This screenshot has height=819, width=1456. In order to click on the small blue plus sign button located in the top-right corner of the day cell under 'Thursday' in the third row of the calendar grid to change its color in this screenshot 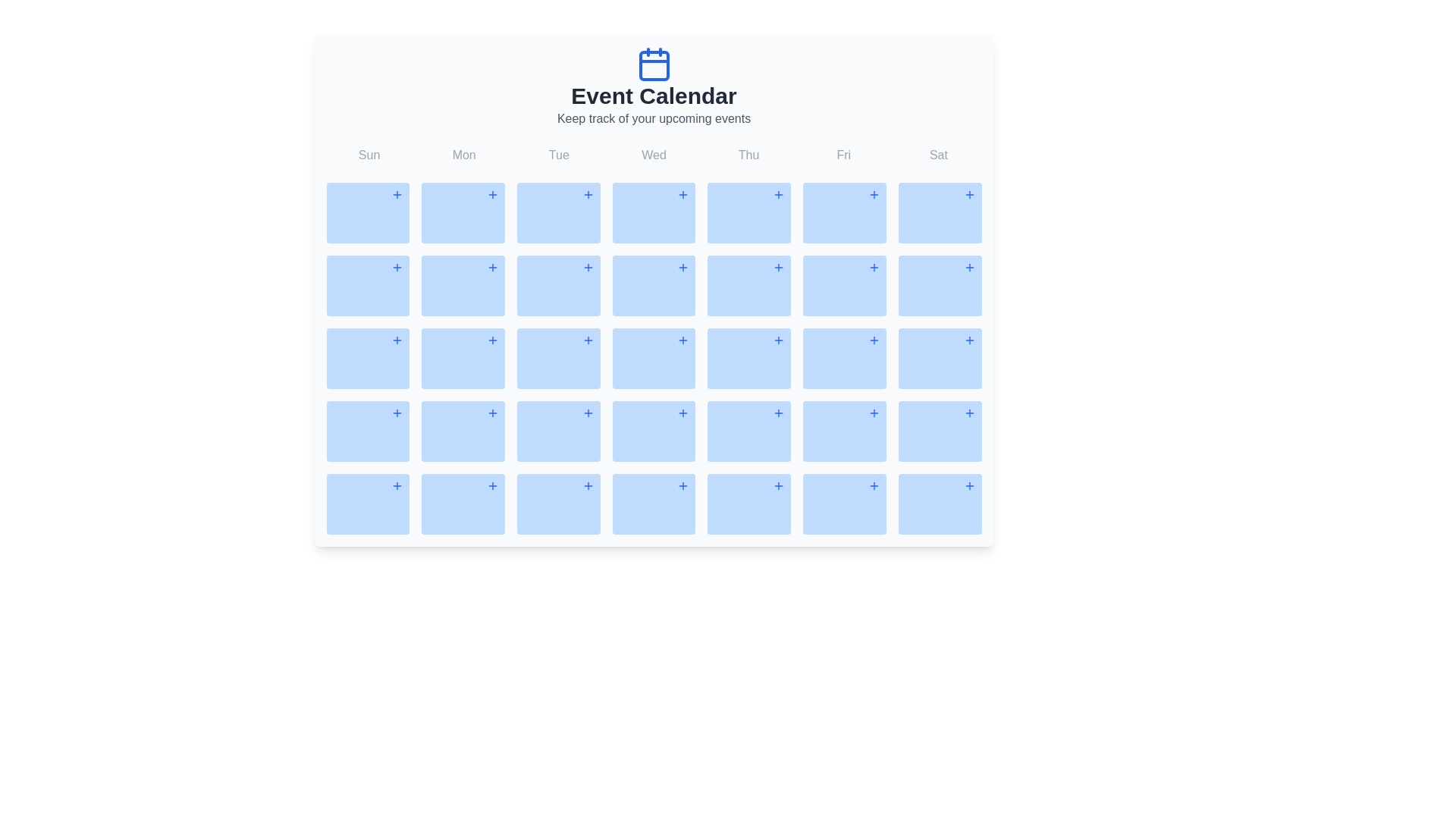, I will do `click(779, 194)`.